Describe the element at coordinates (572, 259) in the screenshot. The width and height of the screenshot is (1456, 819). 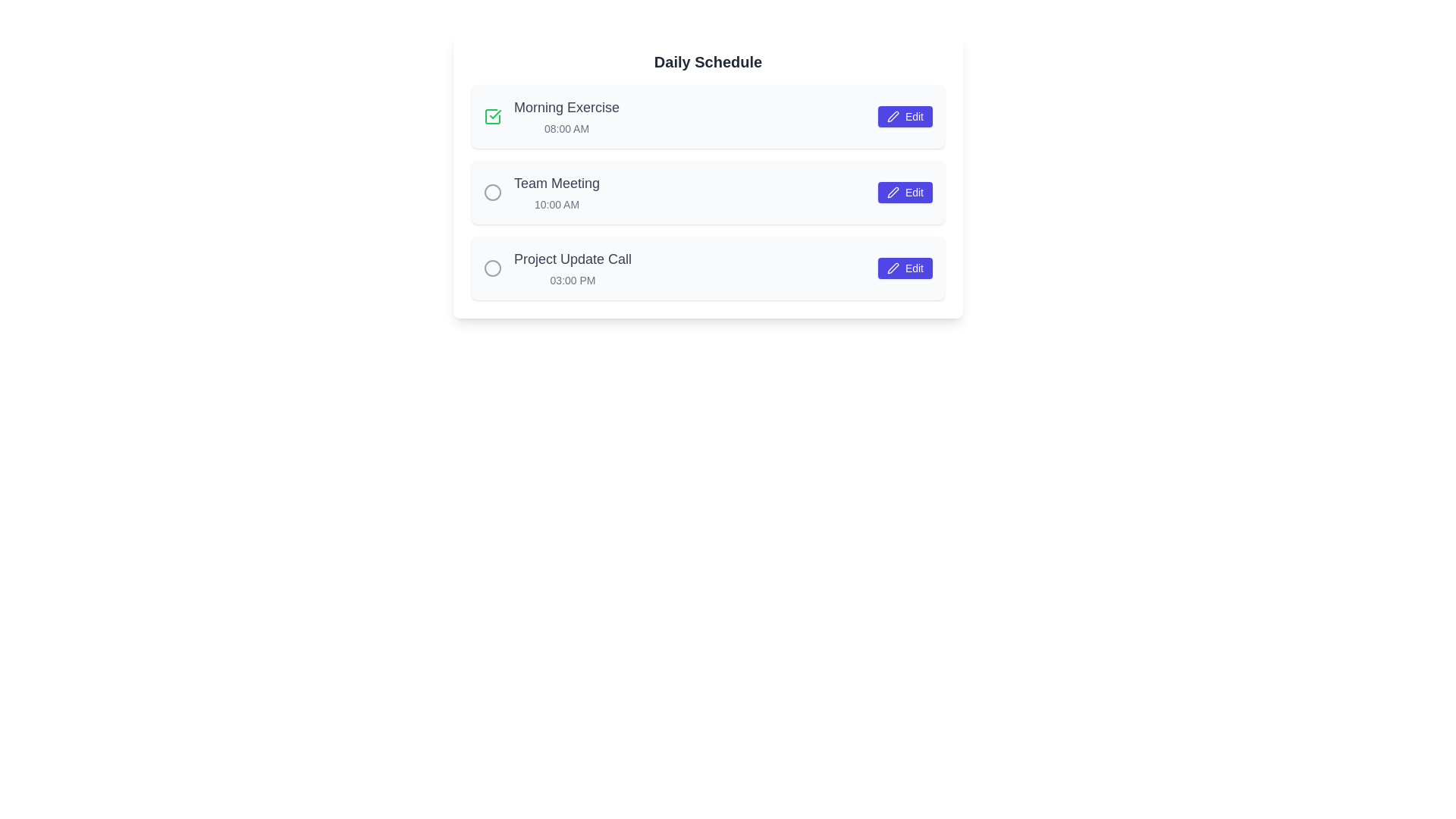
I see `text label displaying 'Project Update Call' which identifies the scheduled task in the list` at that location.